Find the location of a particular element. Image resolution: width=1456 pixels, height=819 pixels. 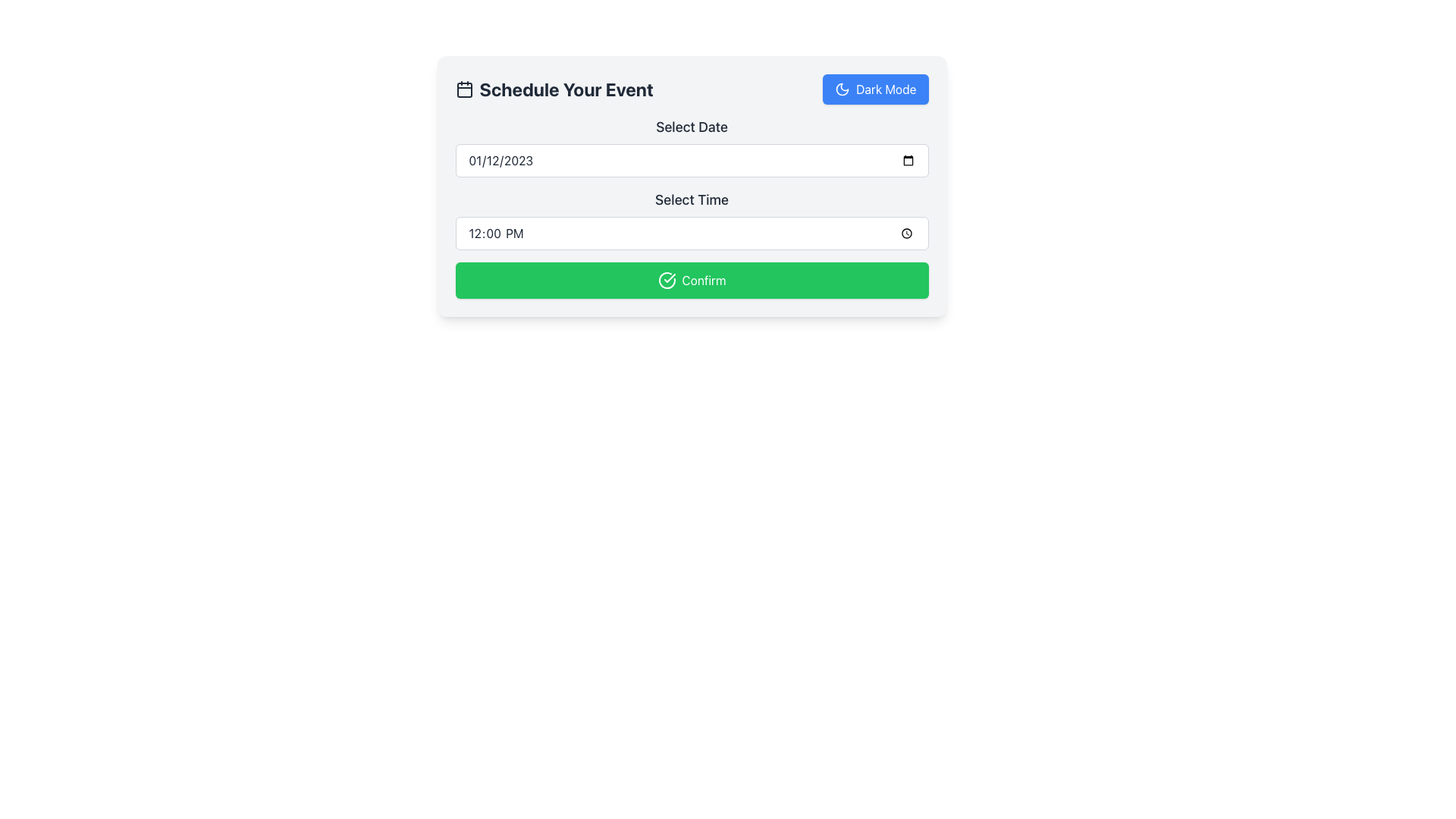

the heading element that displays 'Schedule Your Event' with a calendar icon, located in the header section of the scheduling interface is located at coordinates (554, 89).